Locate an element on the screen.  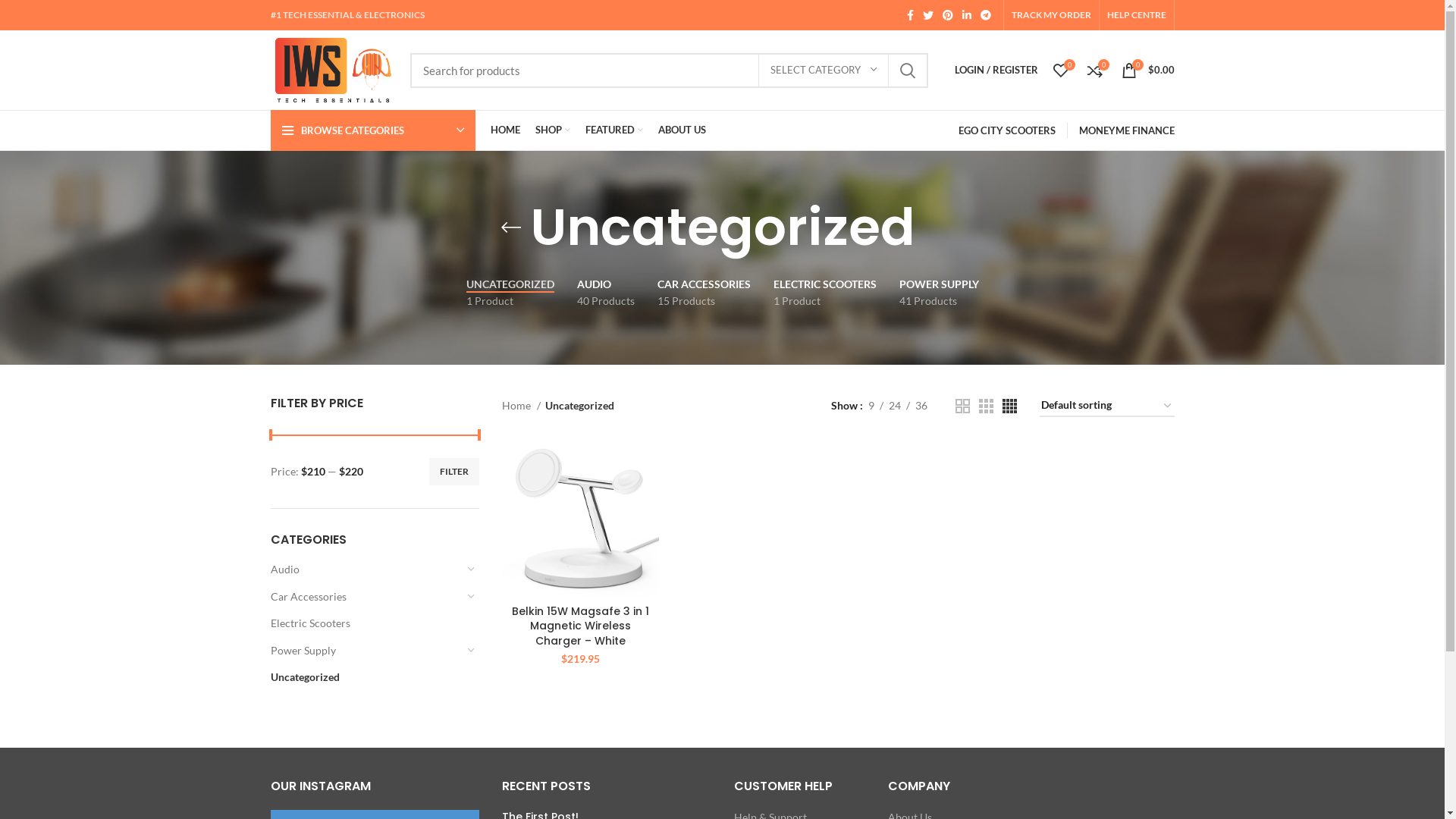
'36' is located at coordinates (920, 405).